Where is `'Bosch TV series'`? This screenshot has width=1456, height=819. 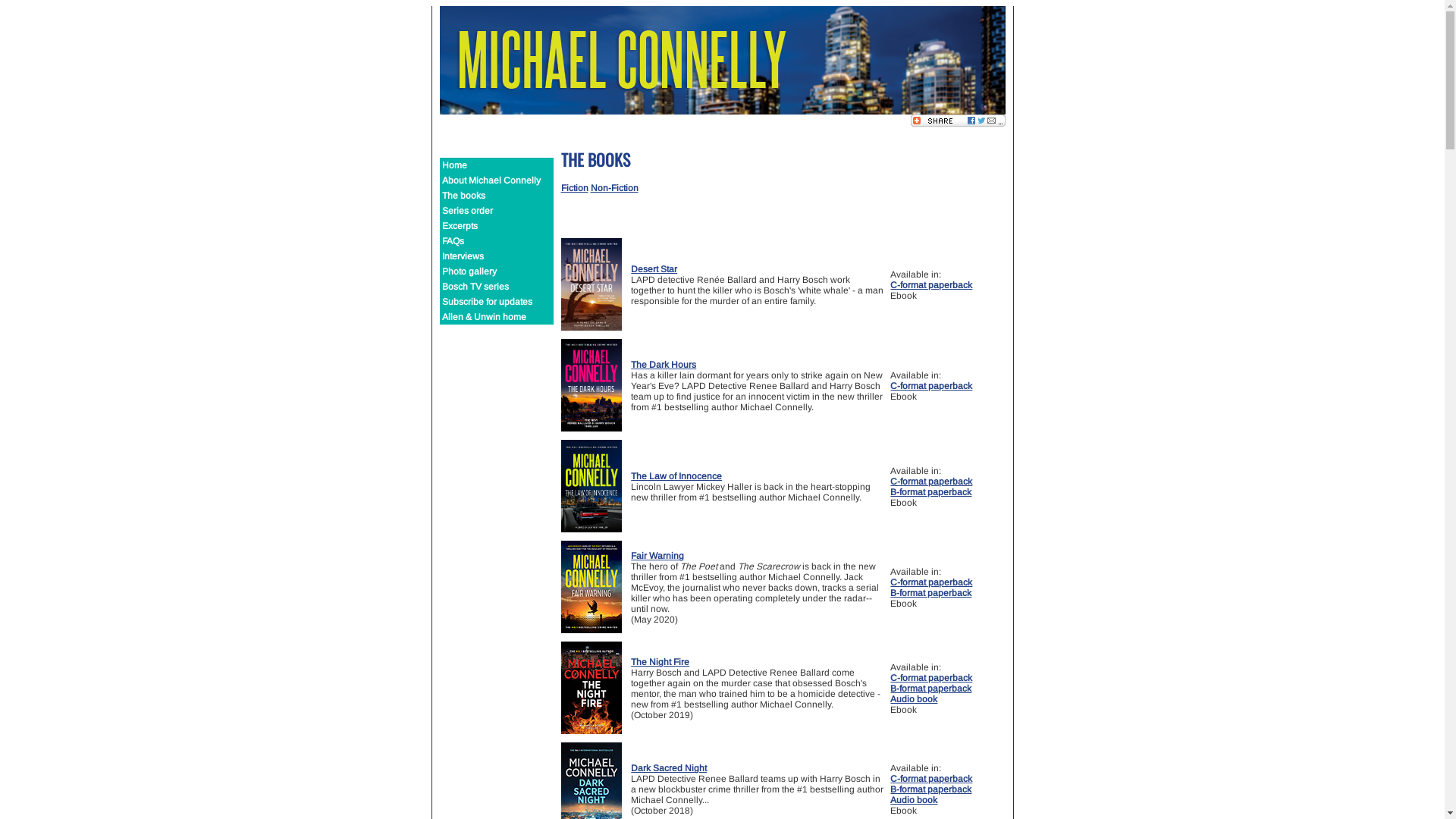
'Bosch TV series' is located at coordinates (496, 287).